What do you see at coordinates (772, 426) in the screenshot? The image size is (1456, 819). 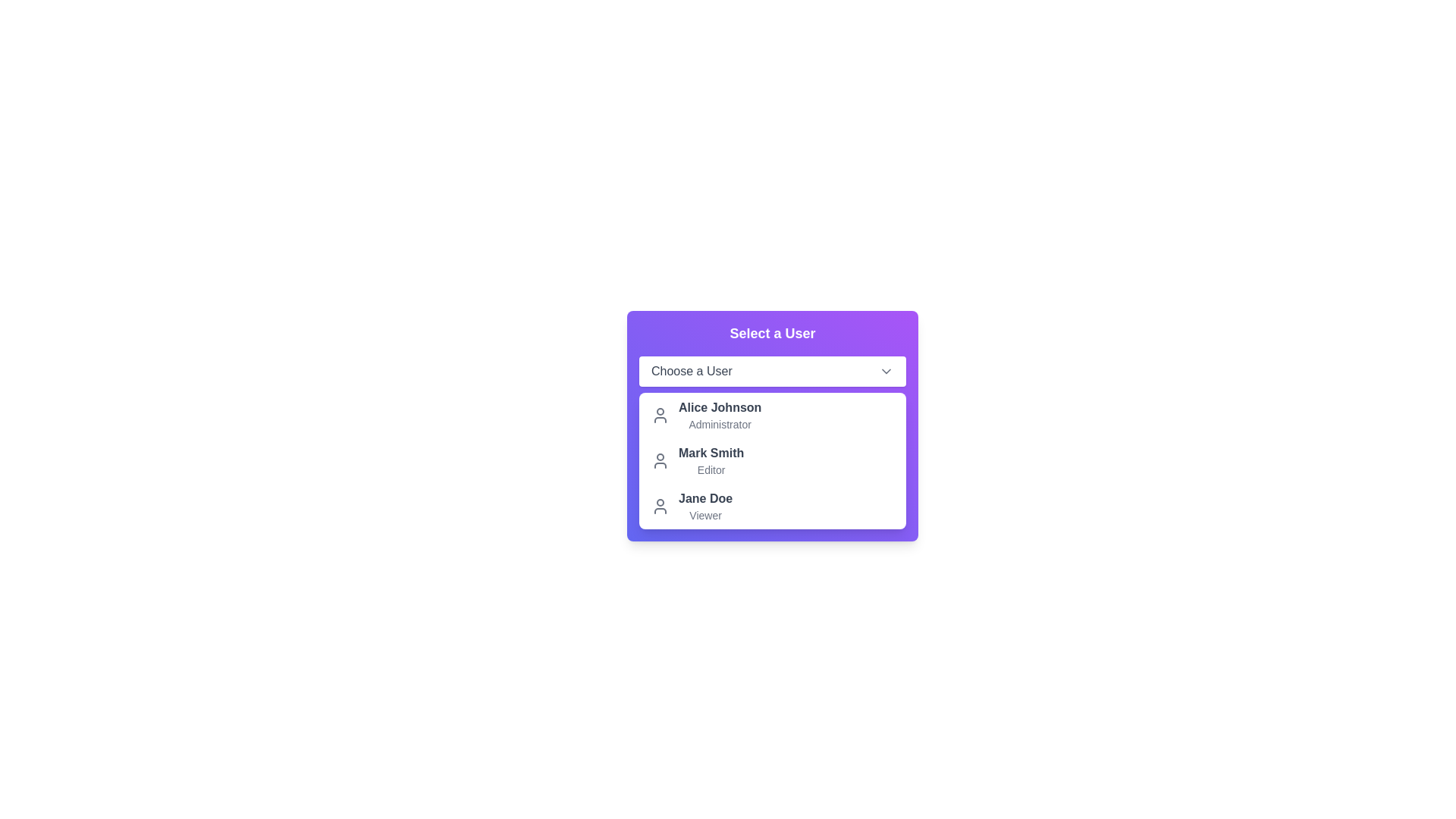 I see `the user card for 'Alice Johnson' with the role 'Administrator'` at bounding box center [772, 426].